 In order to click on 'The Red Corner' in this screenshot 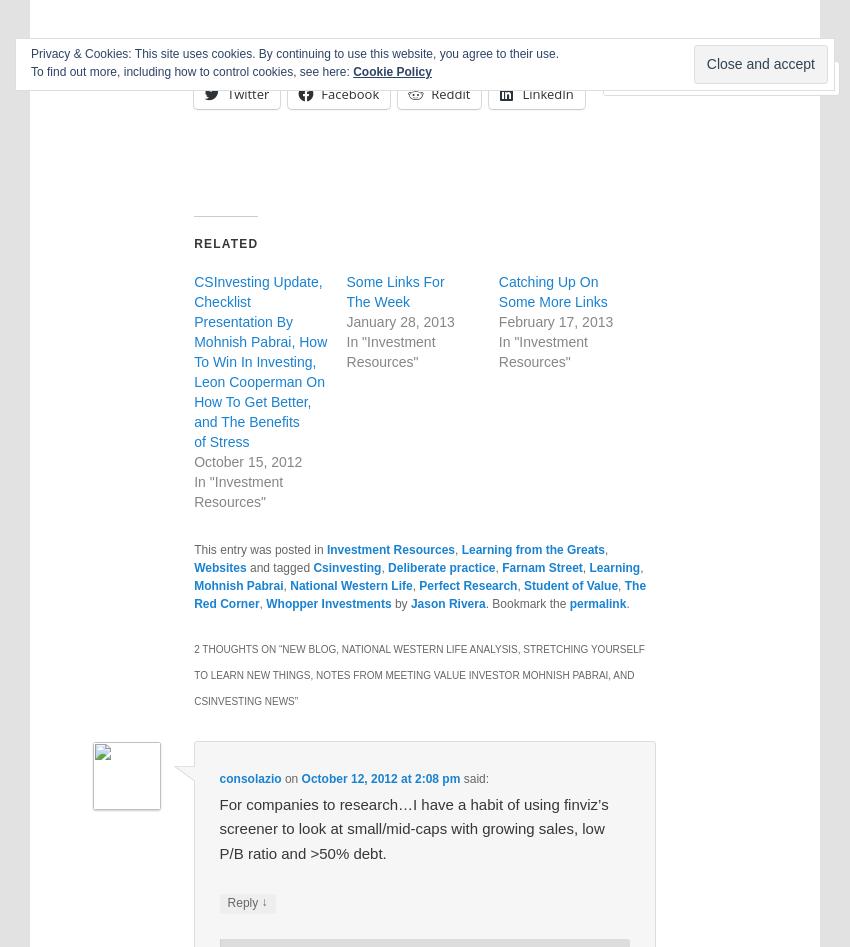, I will do `click(419, 593)`.